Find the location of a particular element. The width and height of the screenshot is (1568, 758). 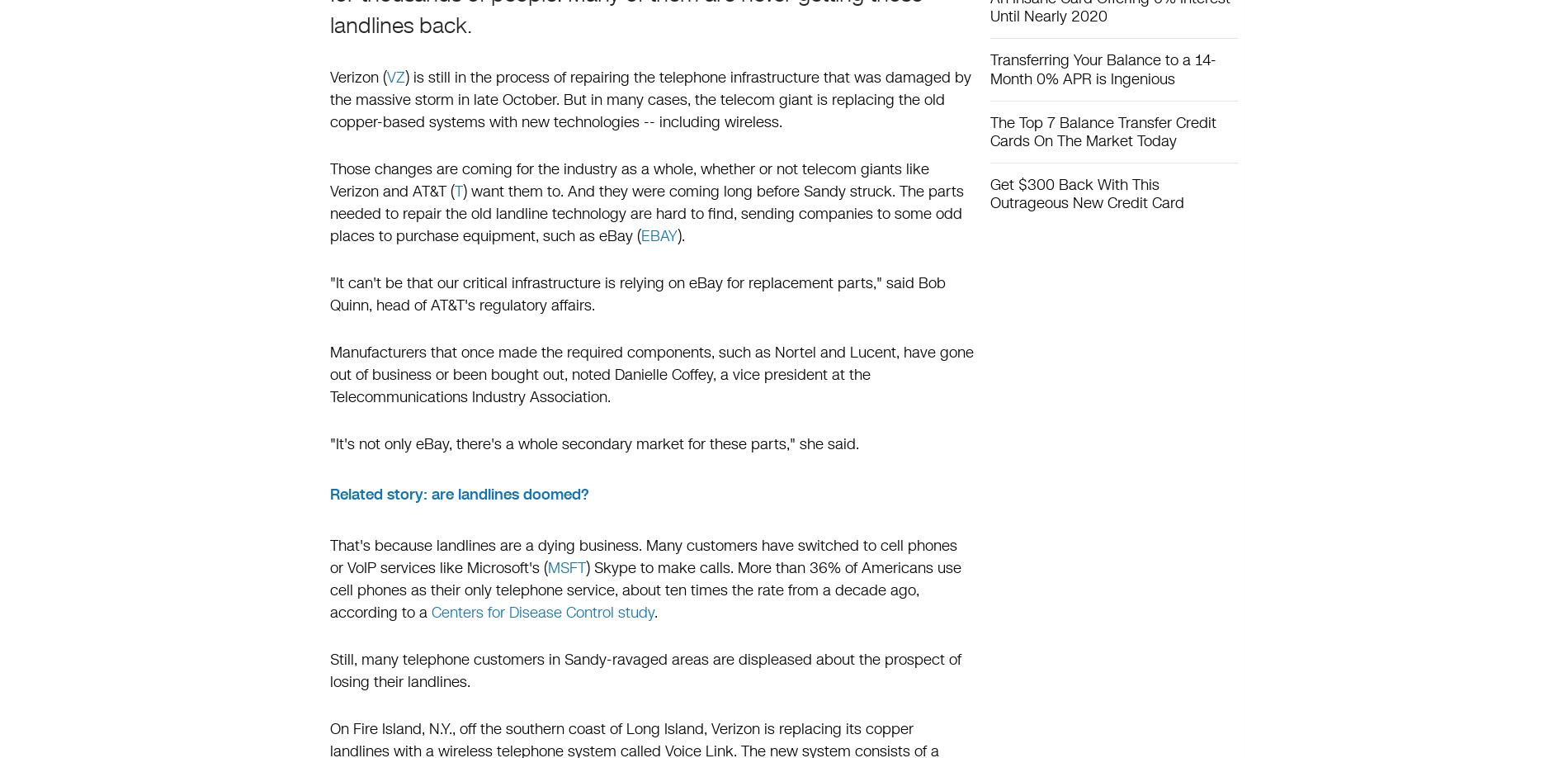

'Verizon' is located at coordinates (328, 77).